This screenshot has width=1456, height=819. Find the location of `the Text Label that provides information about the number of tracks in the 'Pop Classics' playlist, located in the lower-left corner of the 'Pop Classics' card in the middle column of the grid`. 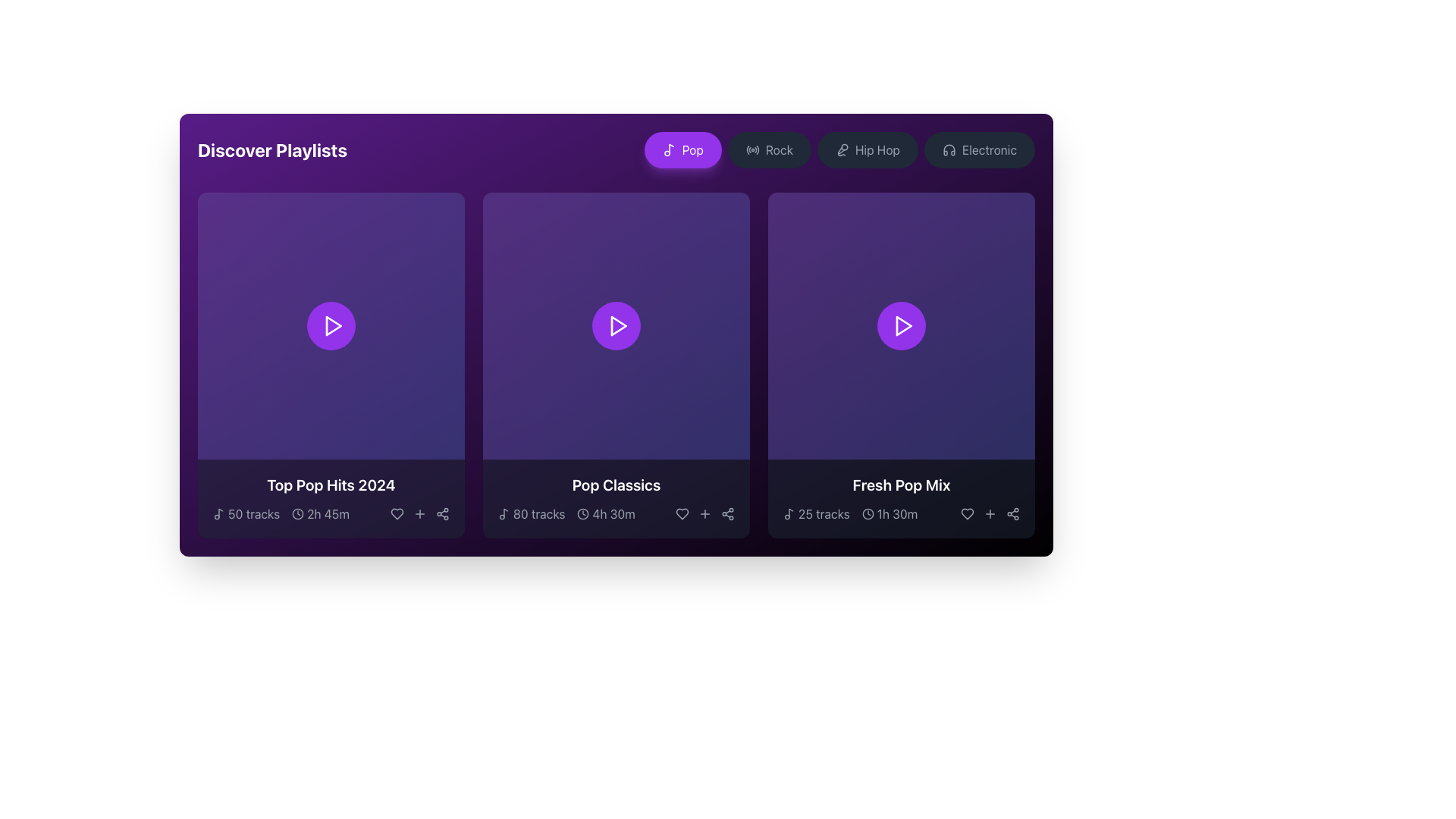

the Text Label that provides information about the number of tracks in the 'Pop Classics' playlist, located in the lower-left corner of the 'Pop Classics' card in the middle column of the grid is located at coordinates (539, 513).